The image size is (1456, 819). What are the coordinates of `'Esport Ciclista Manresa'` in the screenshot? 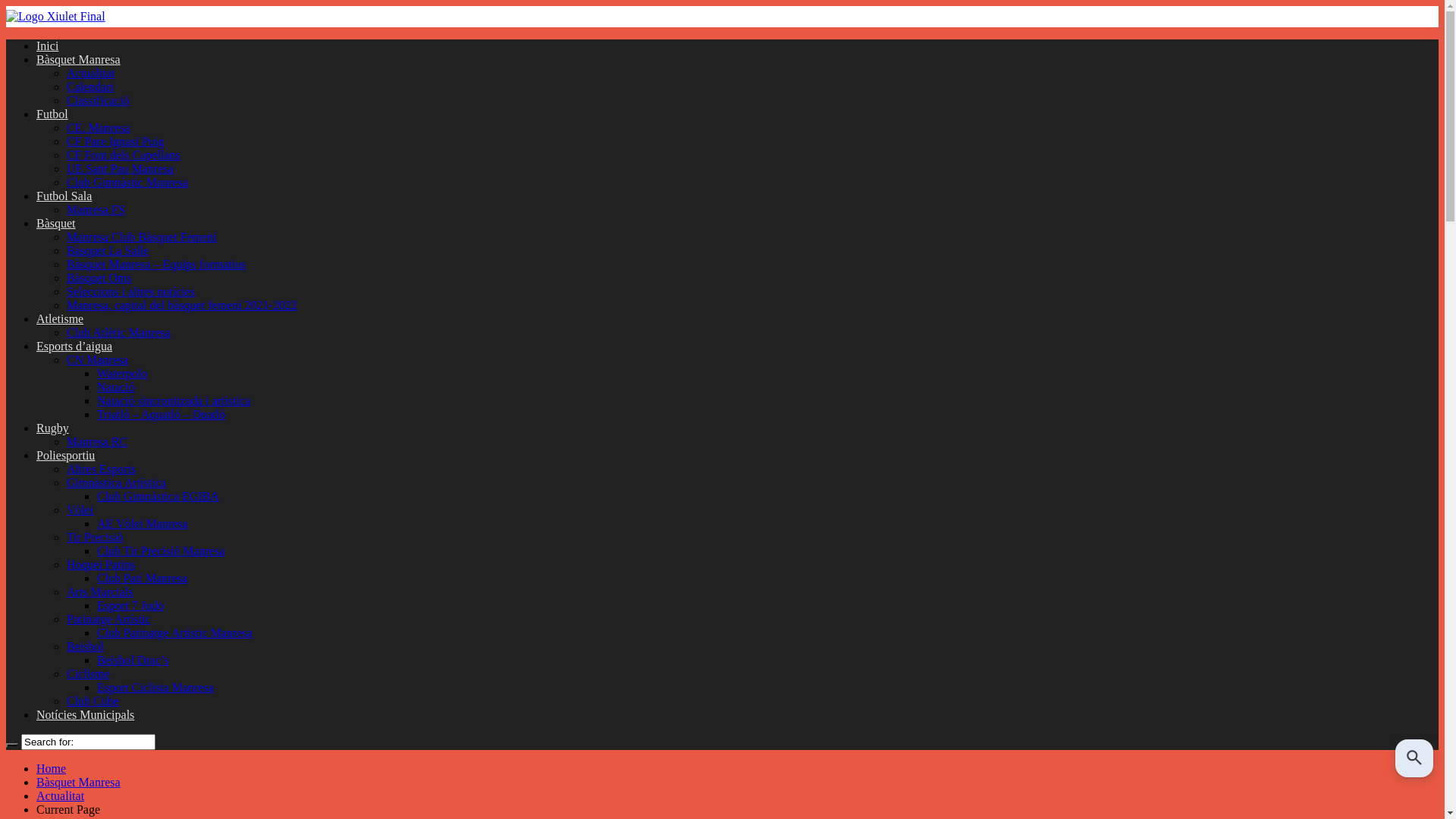 It's located at (155, 687).